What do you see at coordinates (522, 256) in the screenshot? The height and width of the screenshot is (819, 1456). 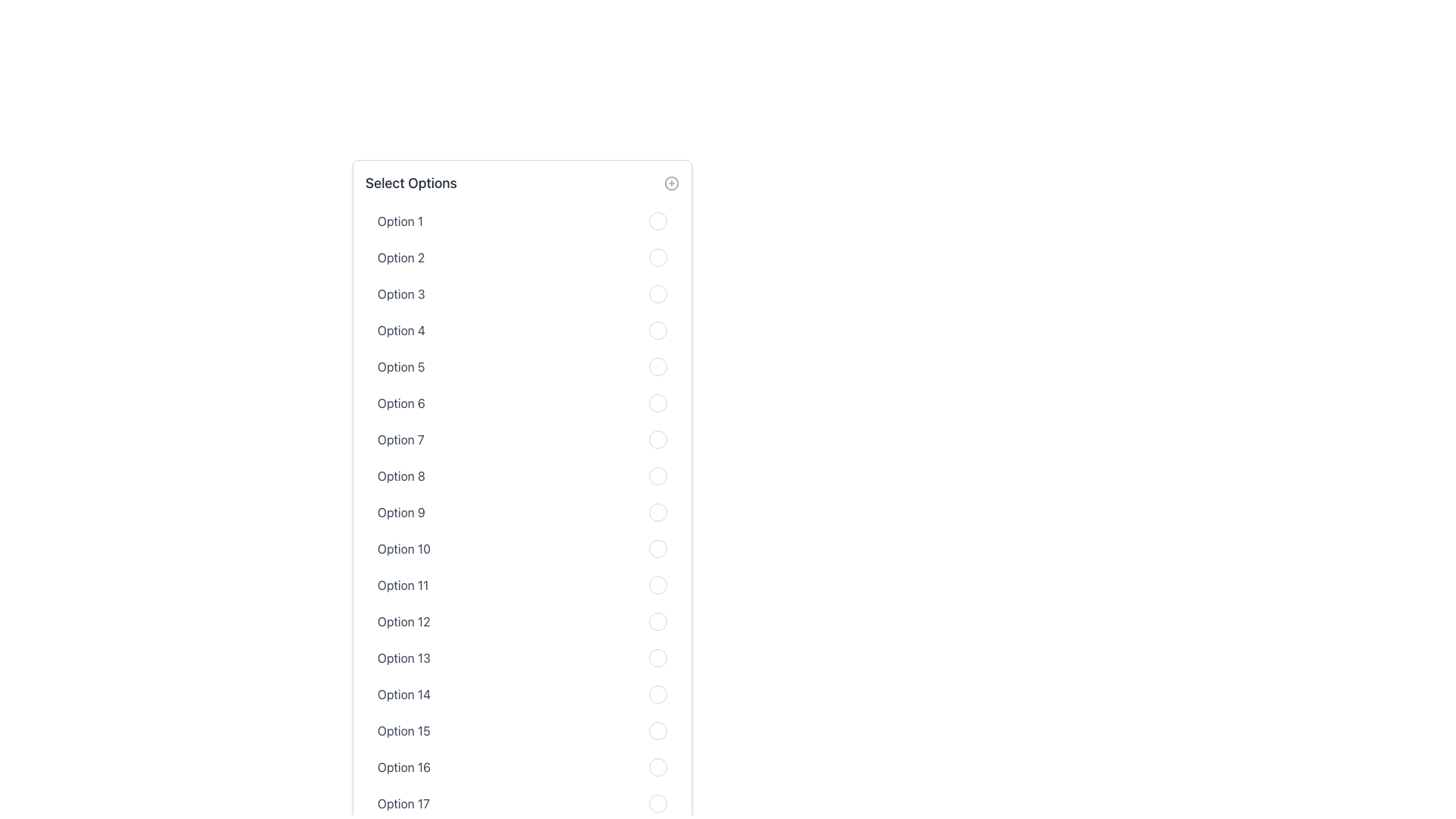 I see `the second selectable option in the list` at bounding box center [522, 256].